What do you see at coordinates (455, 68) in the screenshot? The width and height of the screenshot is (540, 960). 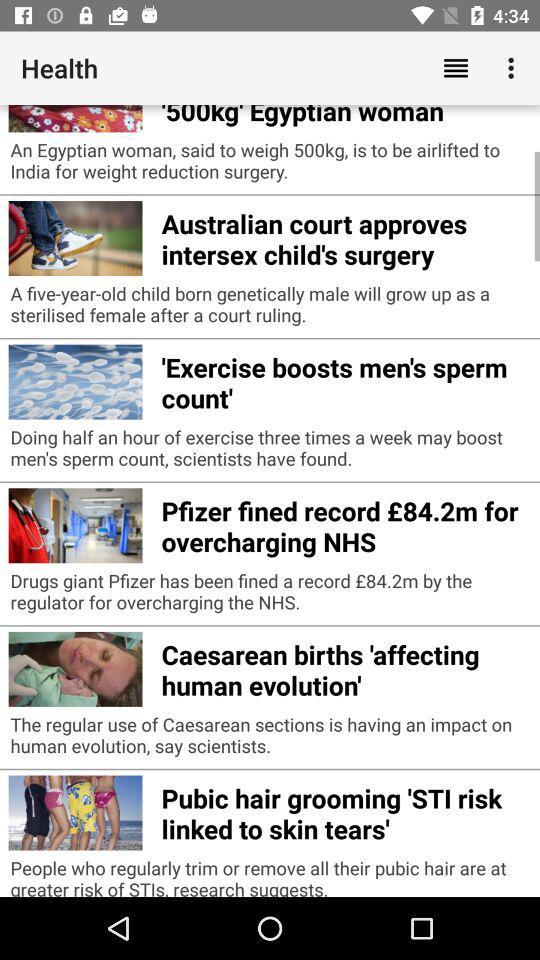 I see `the app above india doctor to` at bounding box center [455, 68].